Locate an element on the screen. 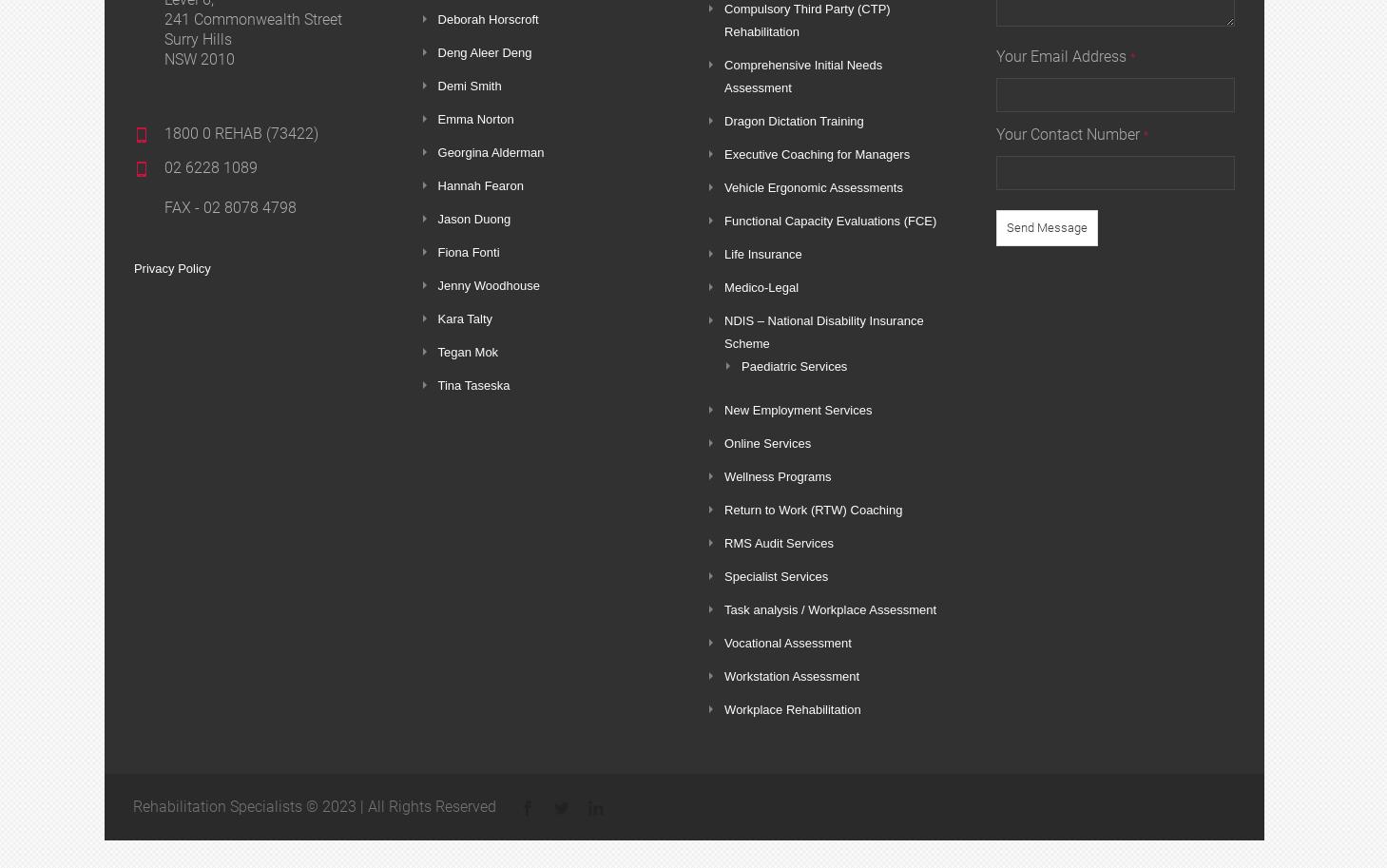 The image size is (1387, 868). 'Specialist Services' is located at coordinates (776, 576).